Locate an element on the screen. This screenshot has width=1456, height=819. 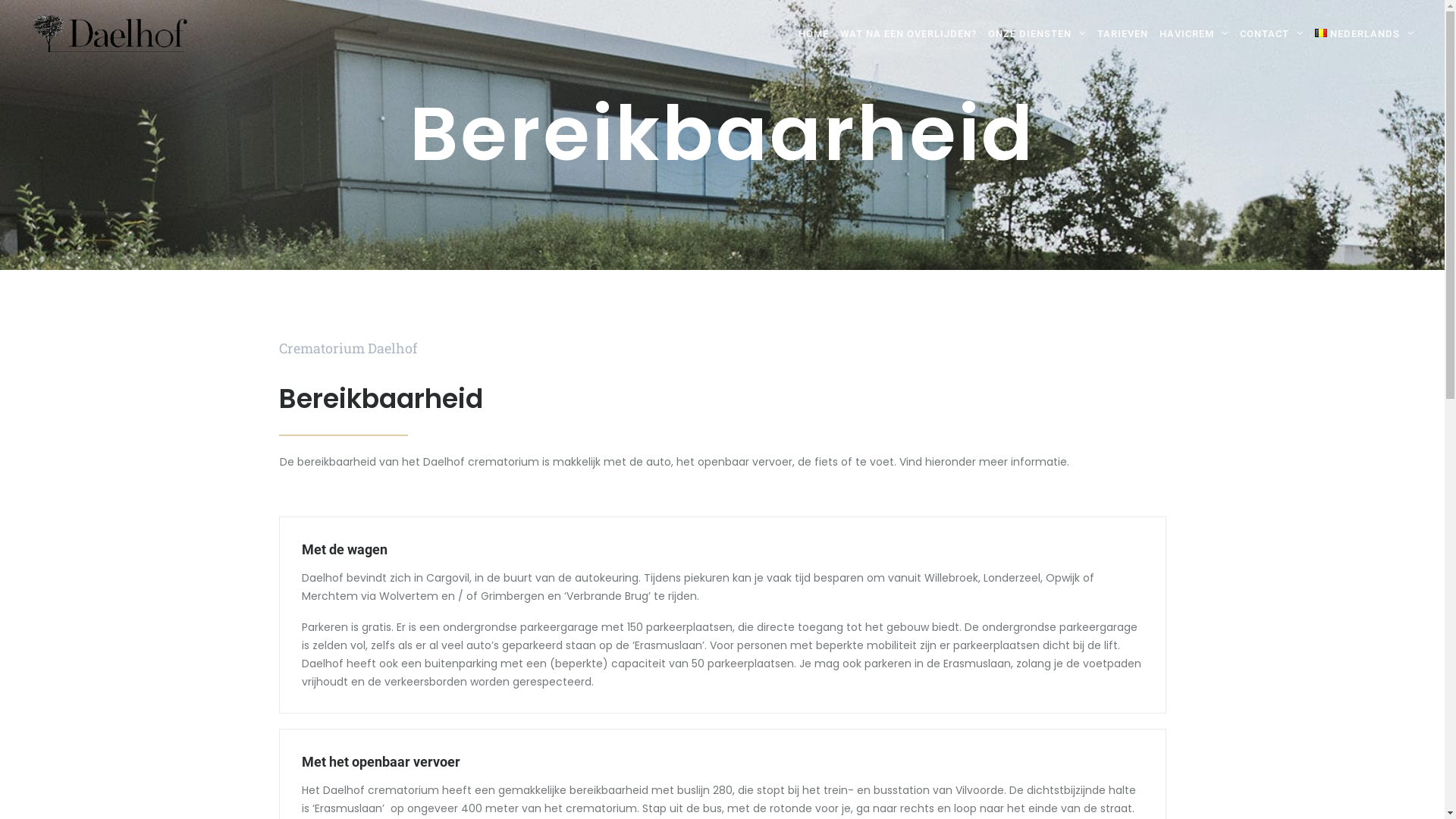
'TARIEVEN' is located at coordinates (1123, 34).